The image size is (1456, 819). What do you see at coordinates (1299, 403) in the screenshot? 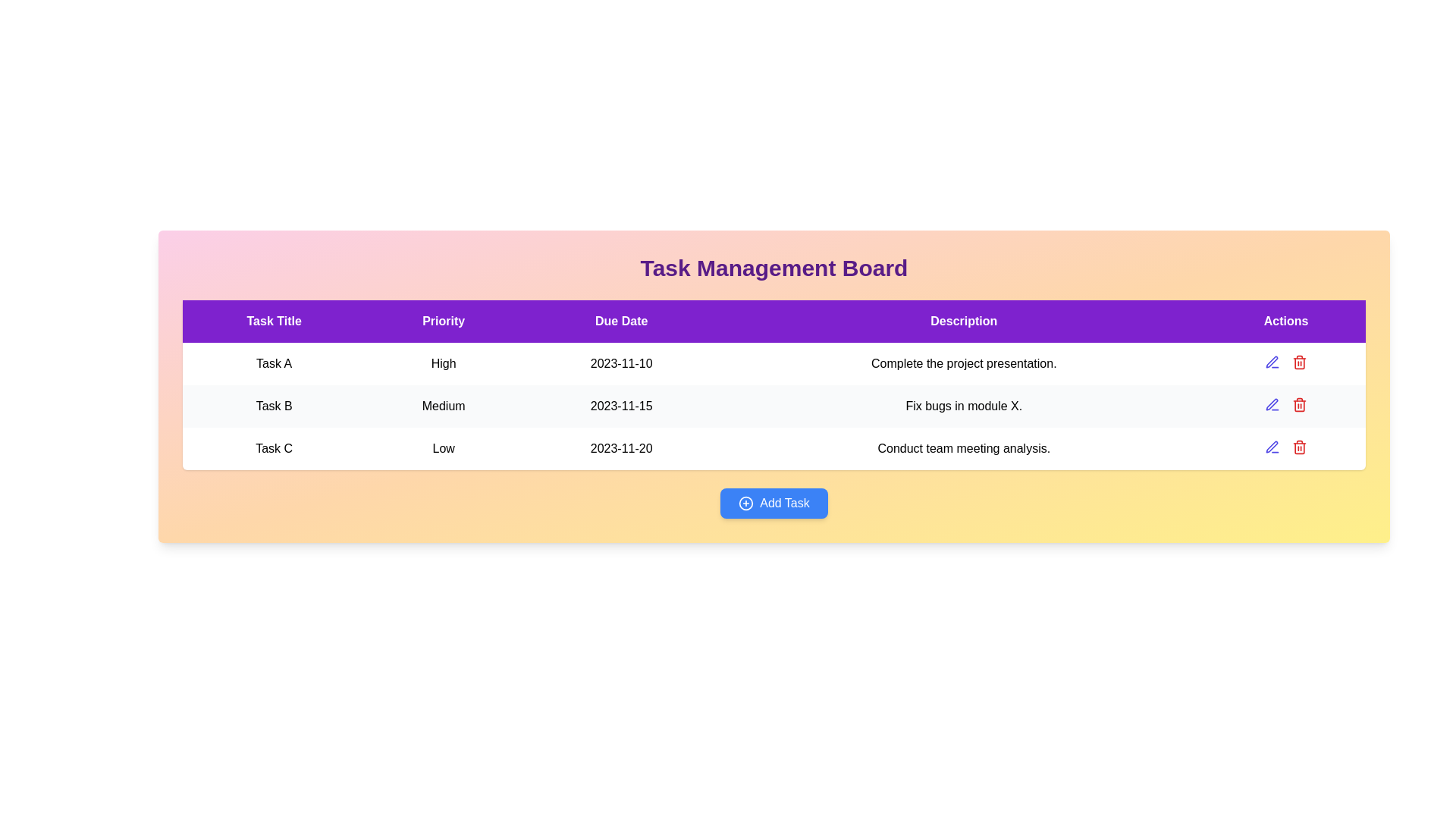
I see `the red trash can icon button located in the third row of the 'Actions' column of the task table` at bounding box center [1299, 403].